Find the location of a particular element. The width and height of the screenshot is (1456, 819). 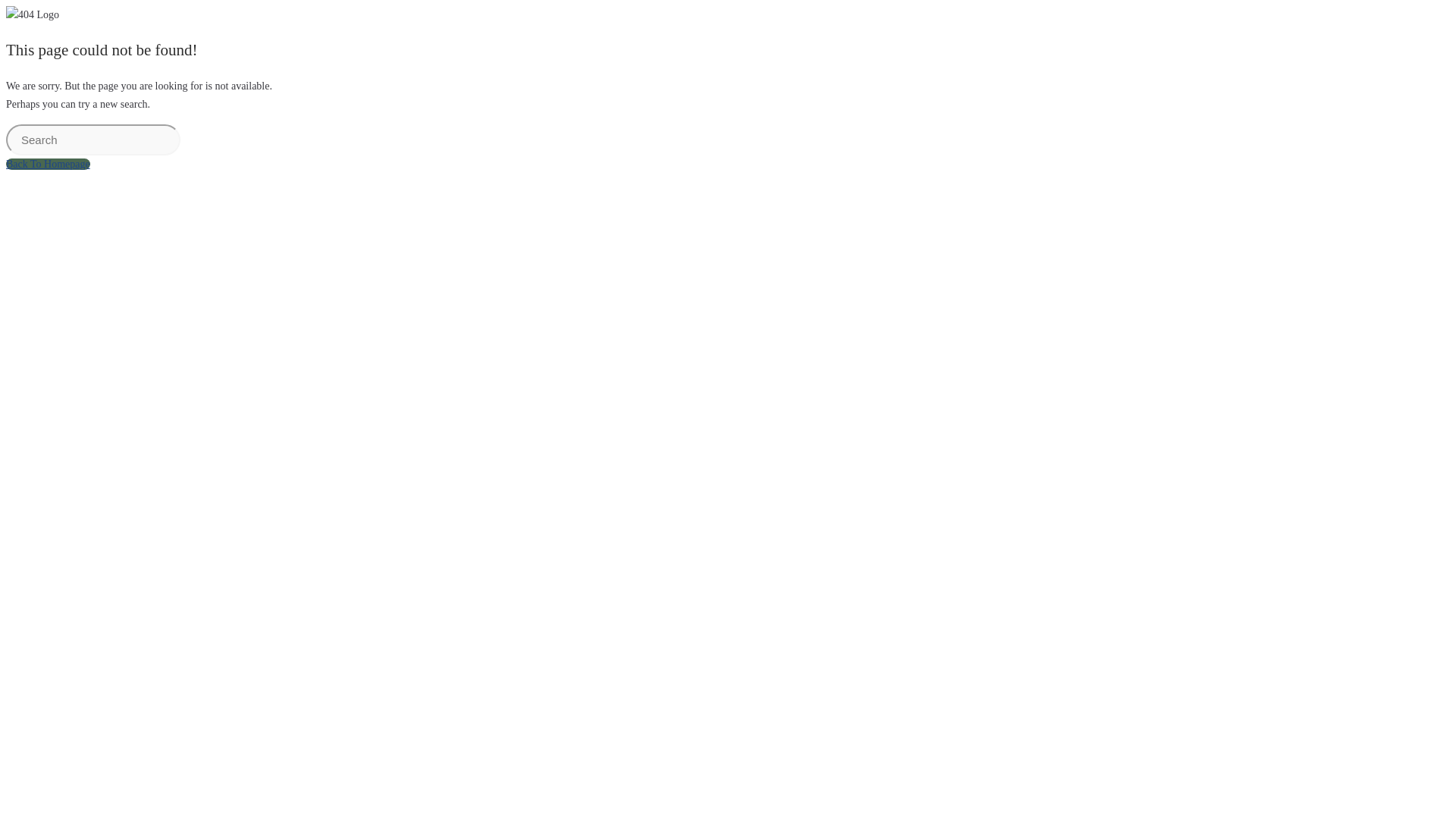

'Back To Homepage' is located at coordinates (48, 164).